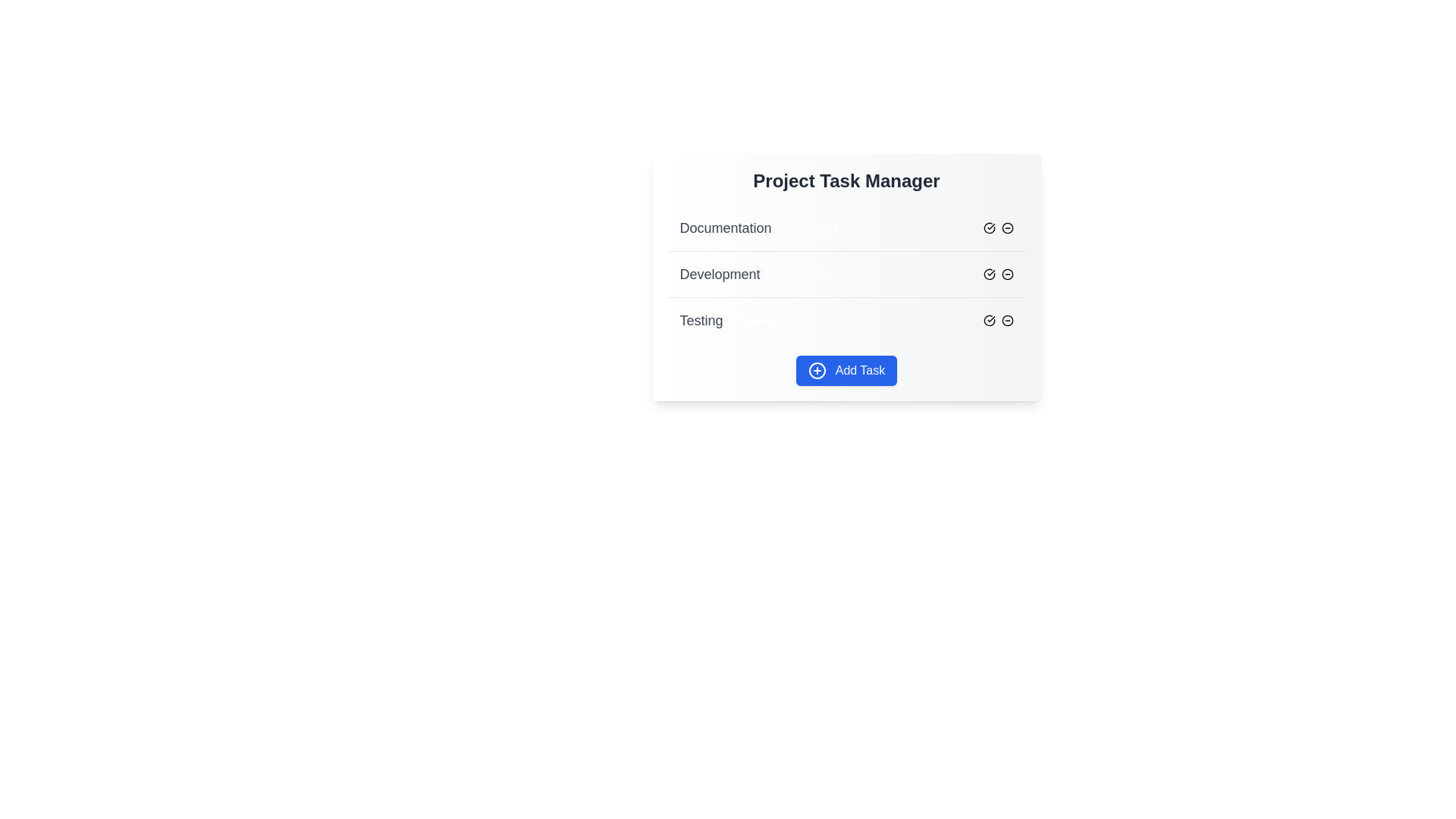 This screenshot has width=1456, height=819. Describe the element at coordinates (846, 228) in the screenshot. I see `the first task entry in the 'Project Task Manager' labeled 'Documentation' with a status of 'Completed'` at that location.